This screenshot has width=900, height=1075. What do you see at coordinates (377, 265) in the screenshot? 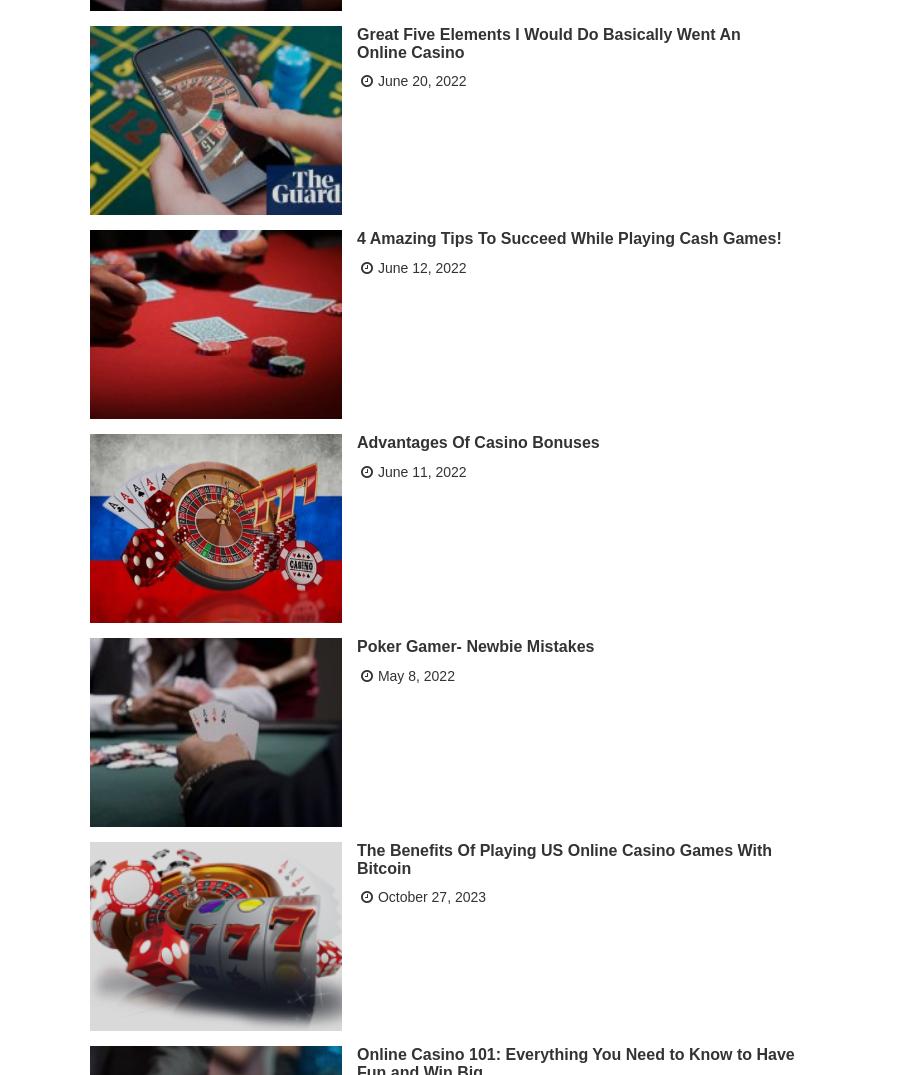
I see `'June 12, 2022'` at bounding box center [377, 265].